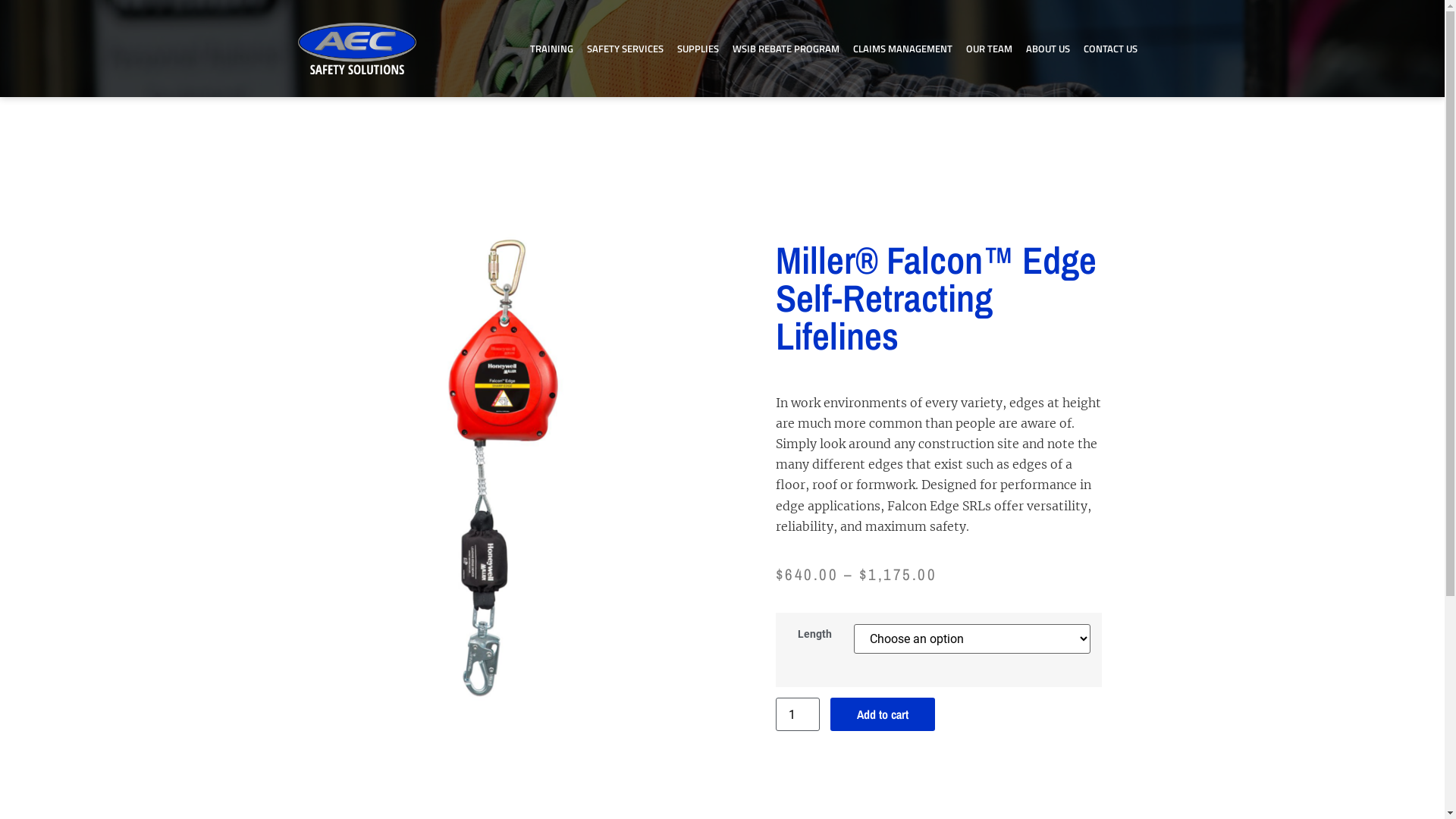 Image resolution: width=1456 pixels, height=819 pixels. Describe the element at coordinates (523, 48) in the screenshot. I see `'TRAINING'` at that location.